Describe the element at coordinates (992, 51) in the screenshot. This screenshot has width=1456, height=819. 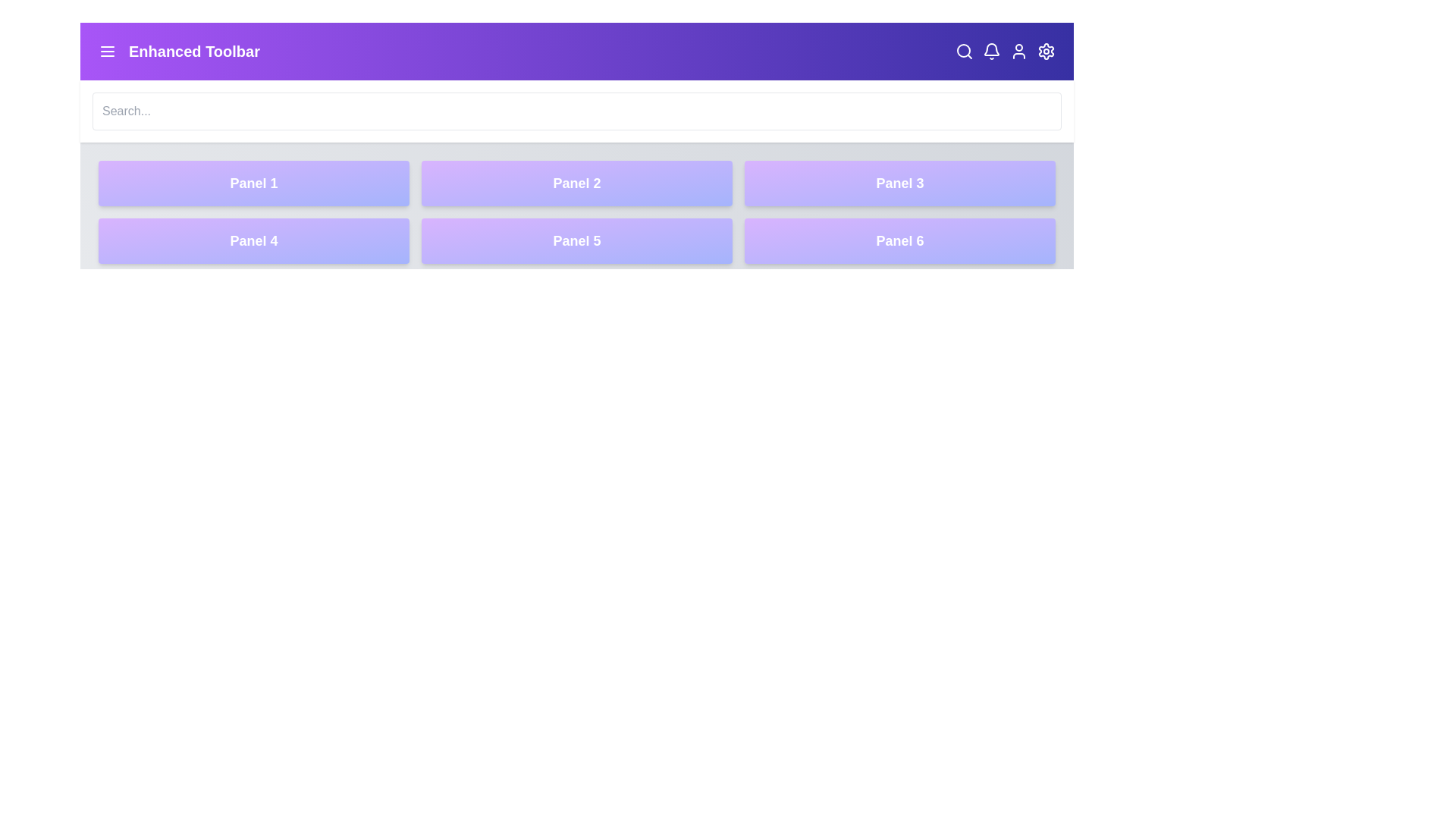
I see `the bell icon to open the notification menu` at that location.